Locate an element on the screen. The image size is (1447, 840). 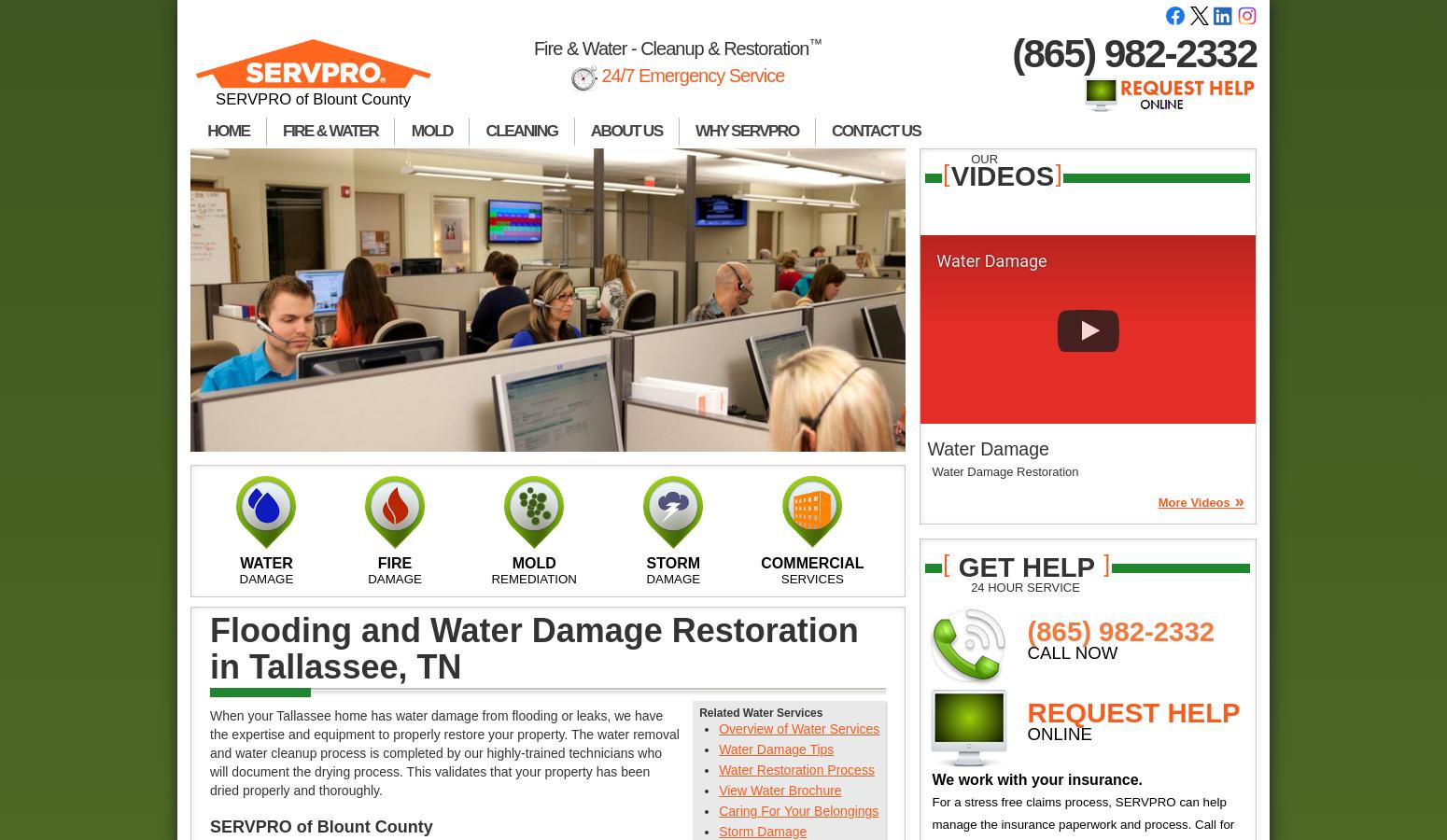
'Water Damage Restoration' is located at coordinates (1004, 469).